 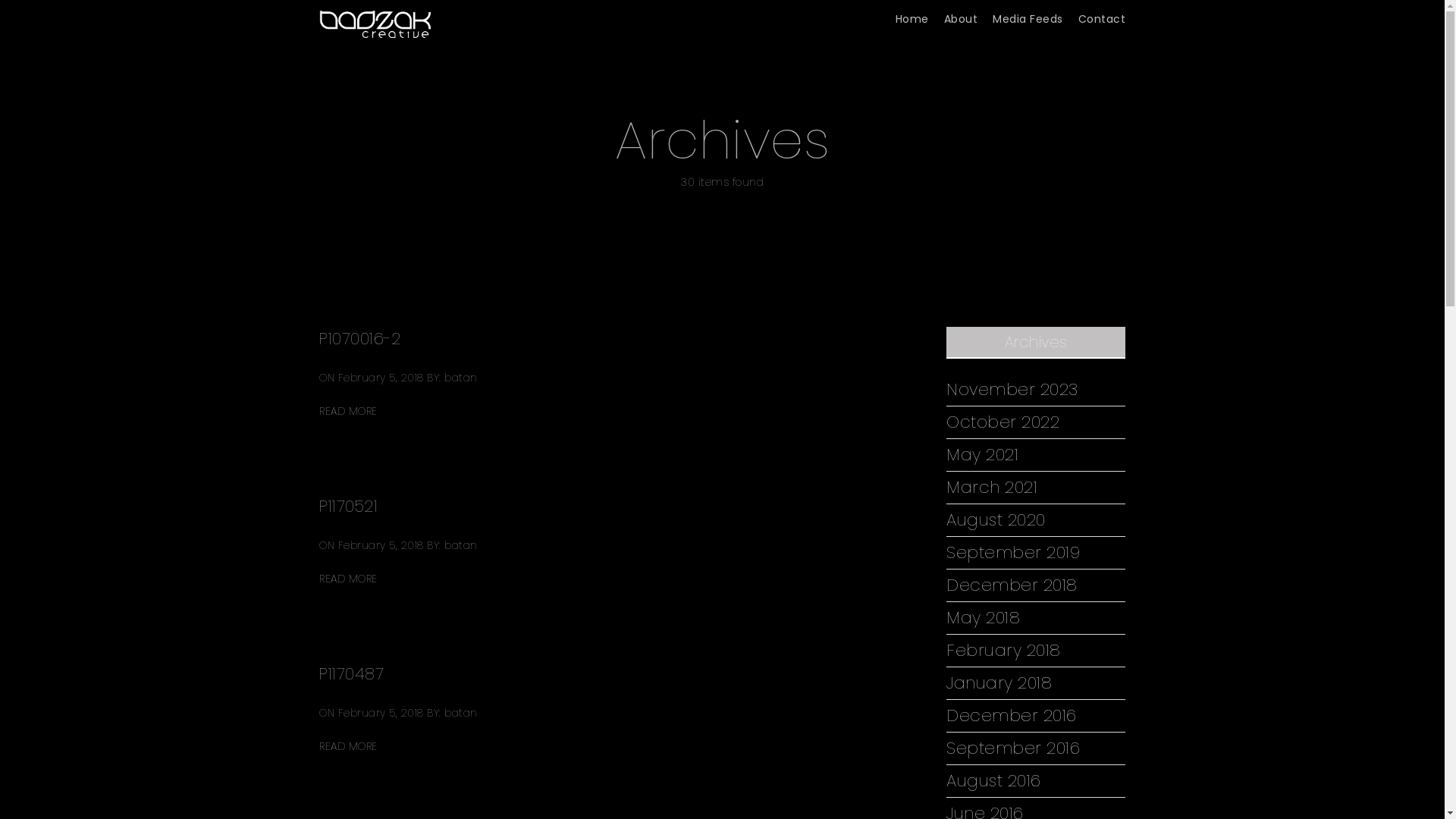 I want to click on 'October 2022', so click(x=1003, y=422).